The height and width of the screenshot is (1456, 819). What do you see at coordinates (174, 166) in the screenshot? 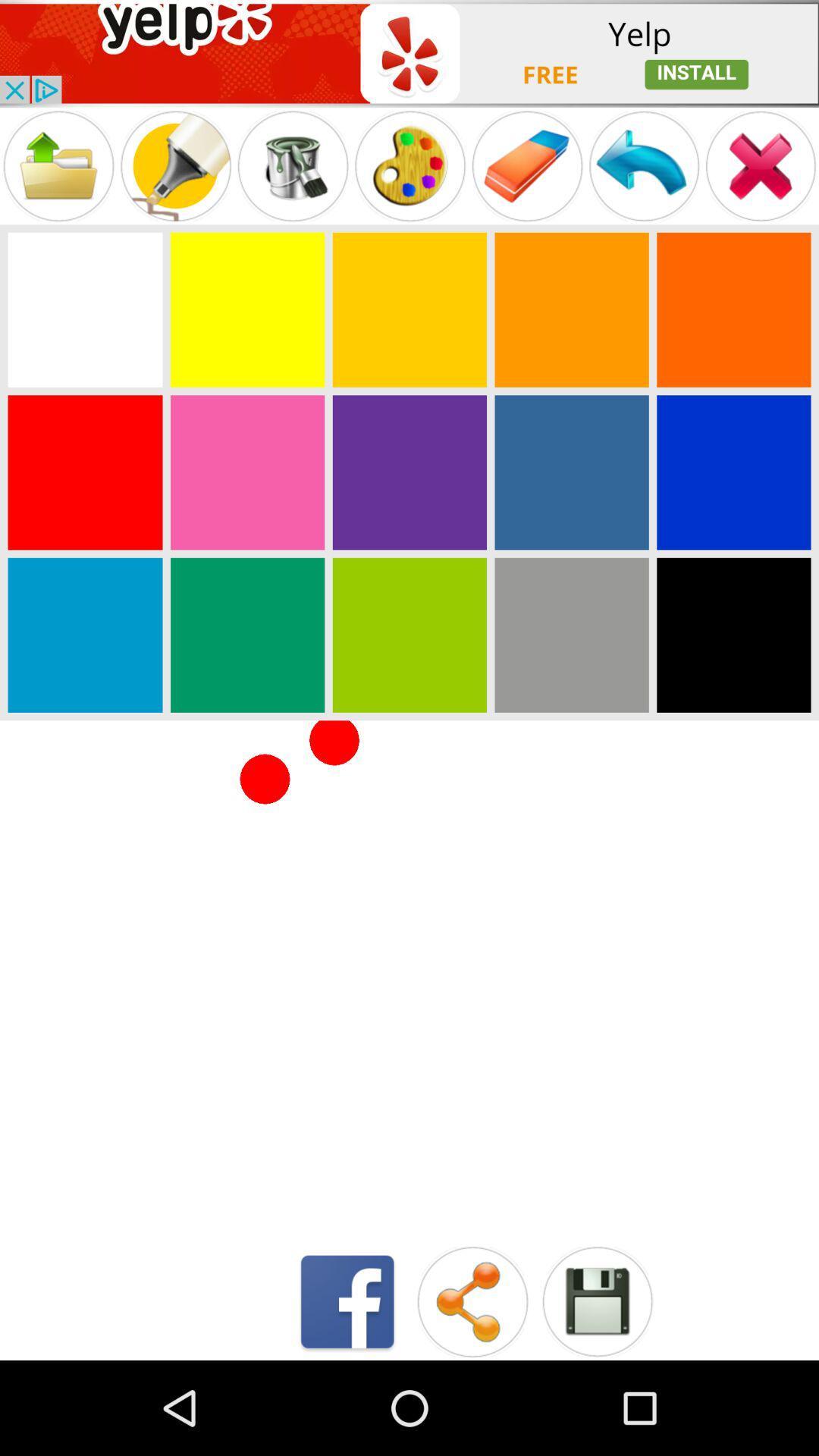
I see `use pen` at bounding box center [174, 166].